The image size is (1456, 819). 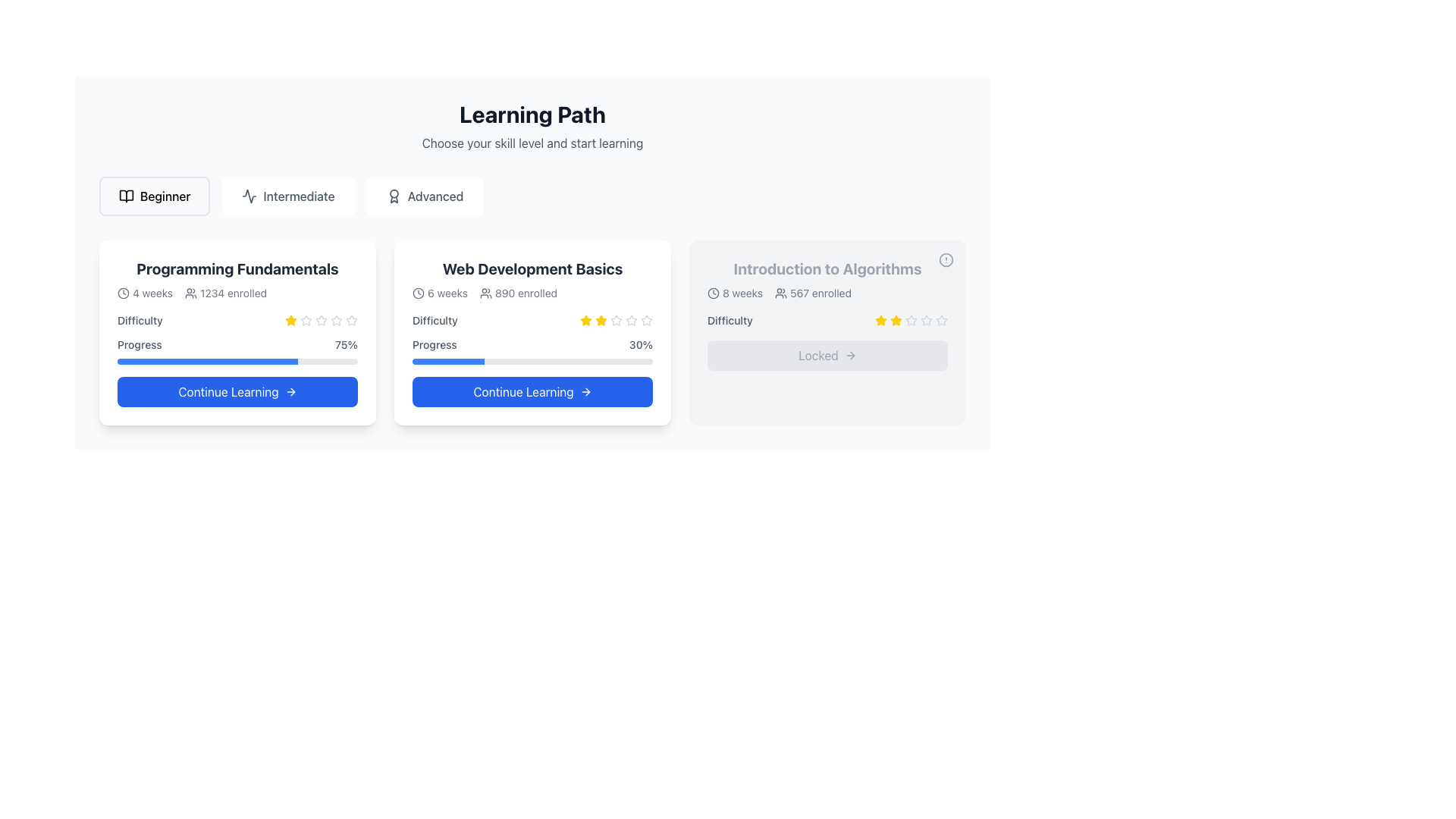 What do you see at coordinates (288, 195) in the screenshot?
I see `the 'Intermediate' button located in the skill level selection section` at bounding box center [288, 195].